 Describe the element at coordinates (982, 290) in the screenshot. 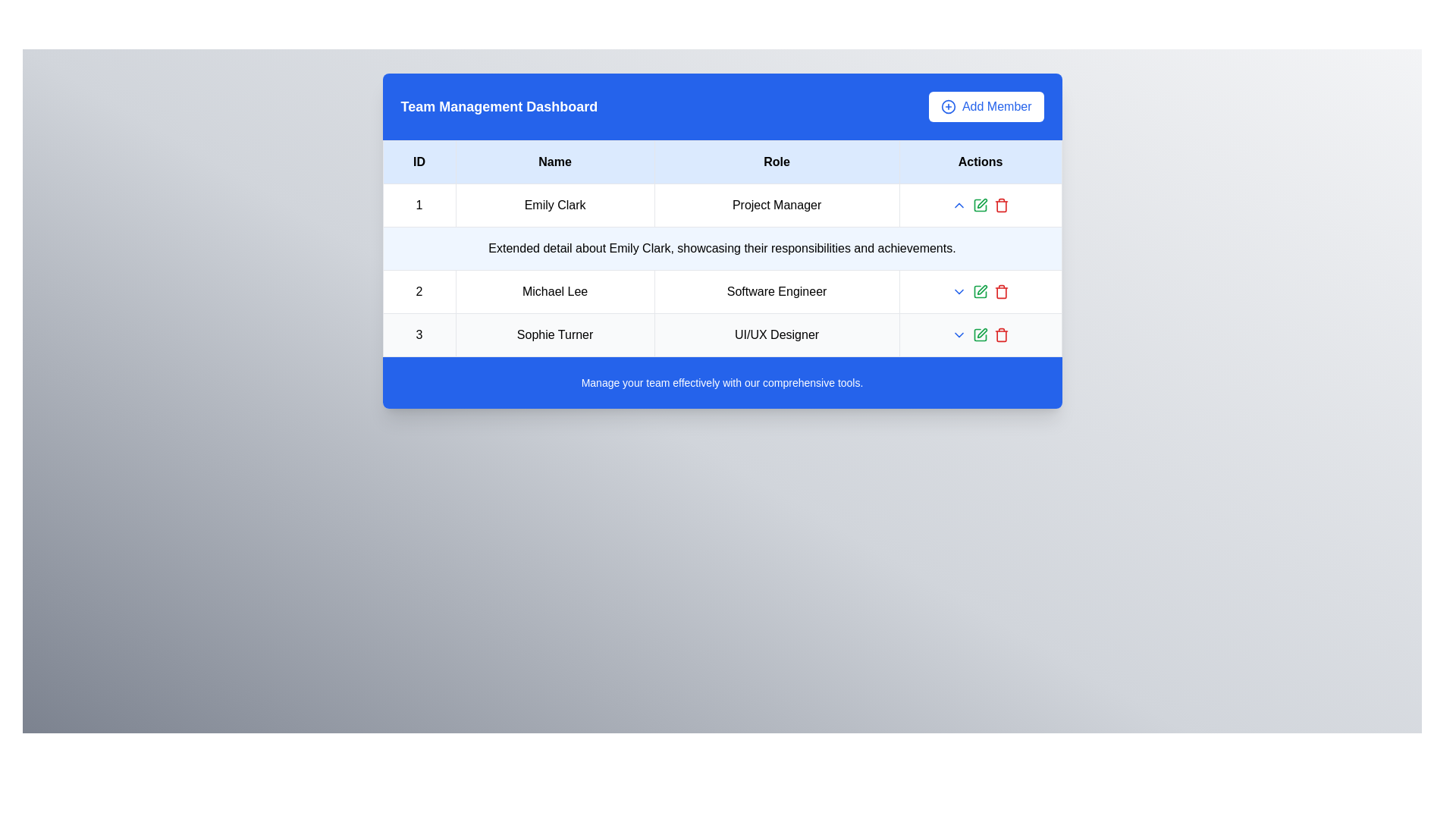

I see `the Edit or Pen Icon located in the 'Actions' column of the row for 'Michael Lee'` at that location.